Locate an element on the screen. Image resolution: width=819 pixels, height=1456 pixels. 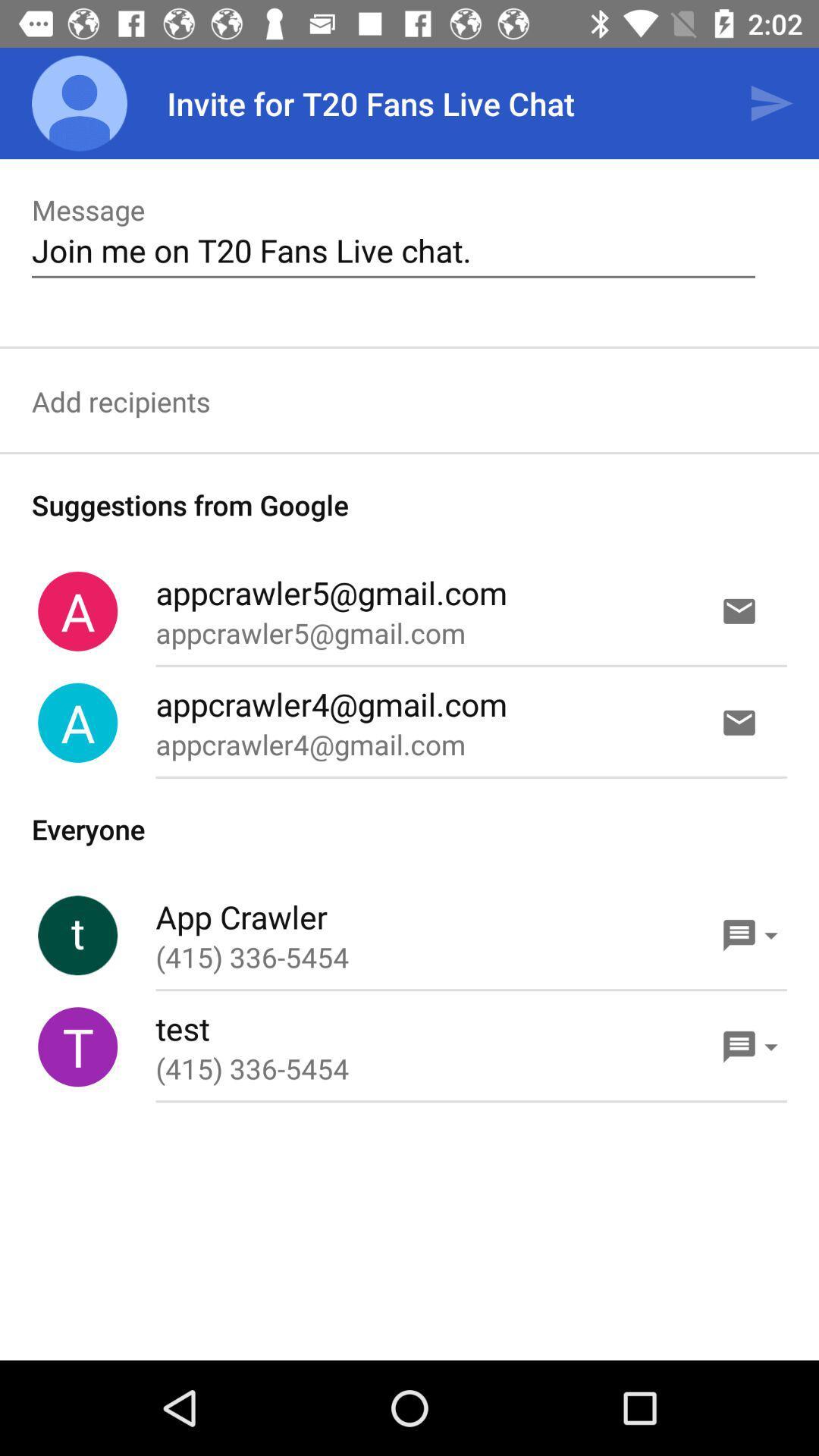
the app to the right of the invite for t20 icon is located at coordinates (771, 102).